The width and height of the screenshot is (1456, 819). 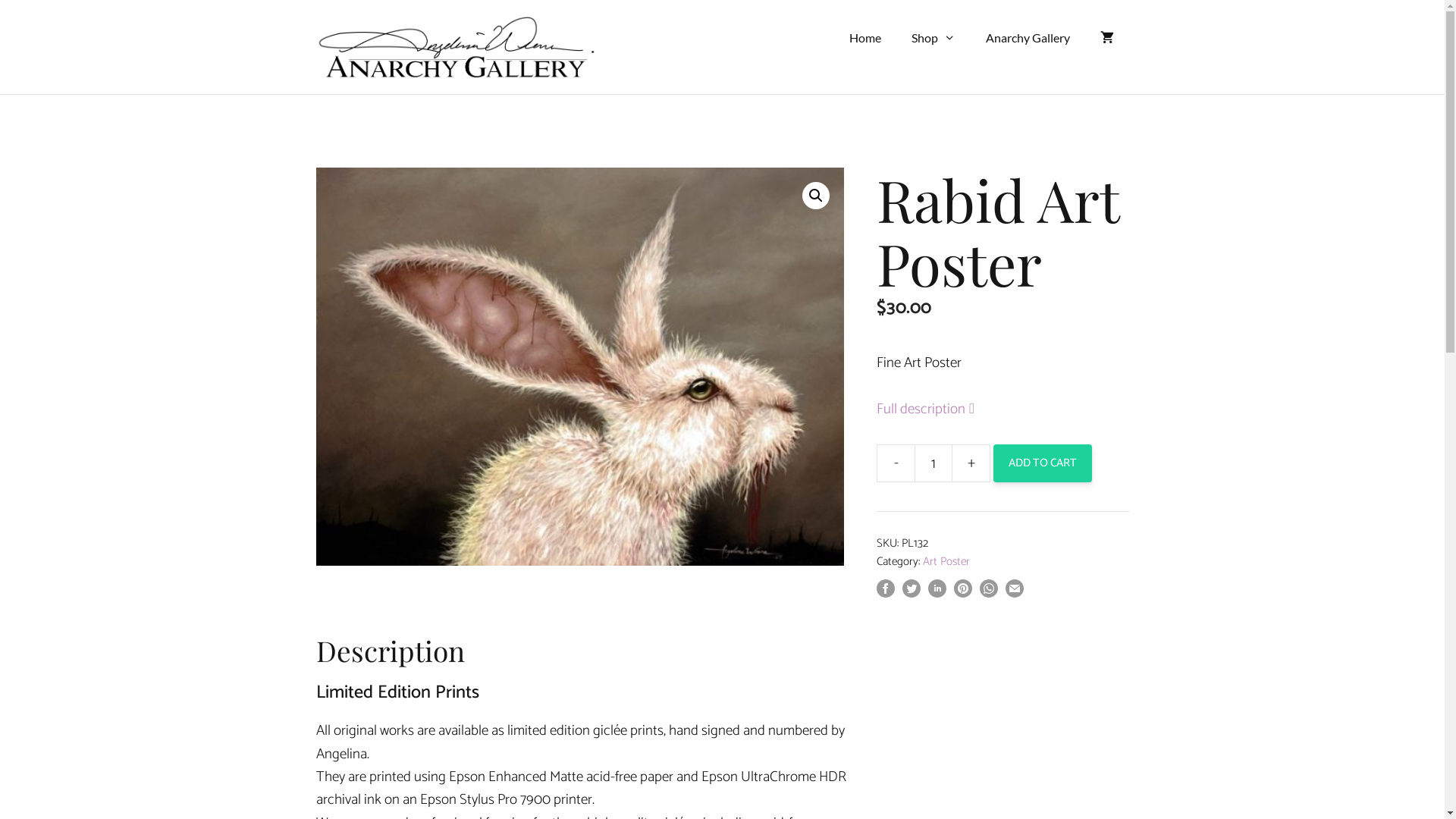 What do you see at coordinates (1015, 592) in the screenshot?
I see `'Email this post!'` at bounding box center [1015, 592].